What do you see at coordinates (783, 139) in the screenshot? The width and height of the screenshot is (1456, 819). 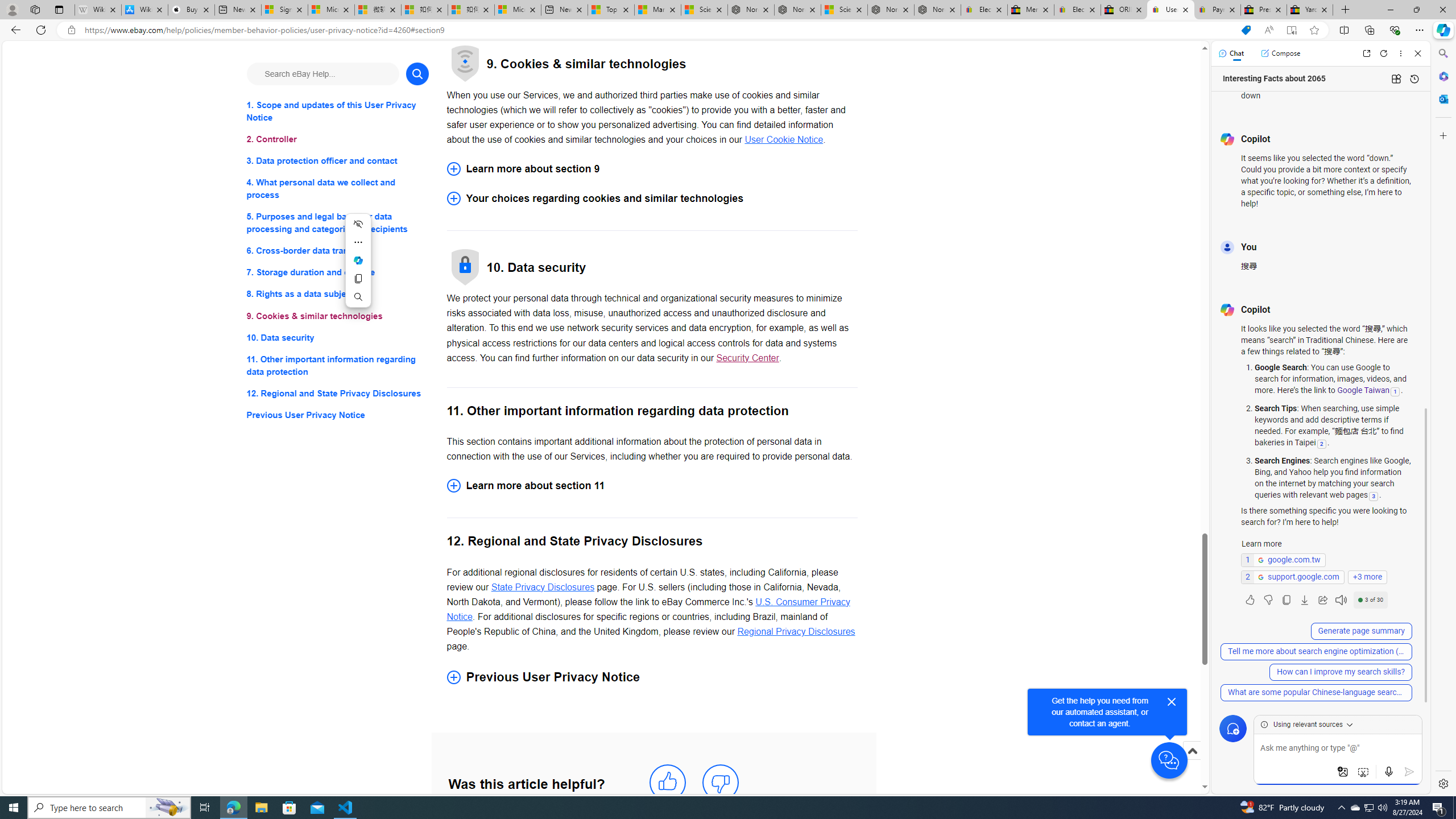 I see `'User Cookie Notice'` at bounding box center [783, 139].